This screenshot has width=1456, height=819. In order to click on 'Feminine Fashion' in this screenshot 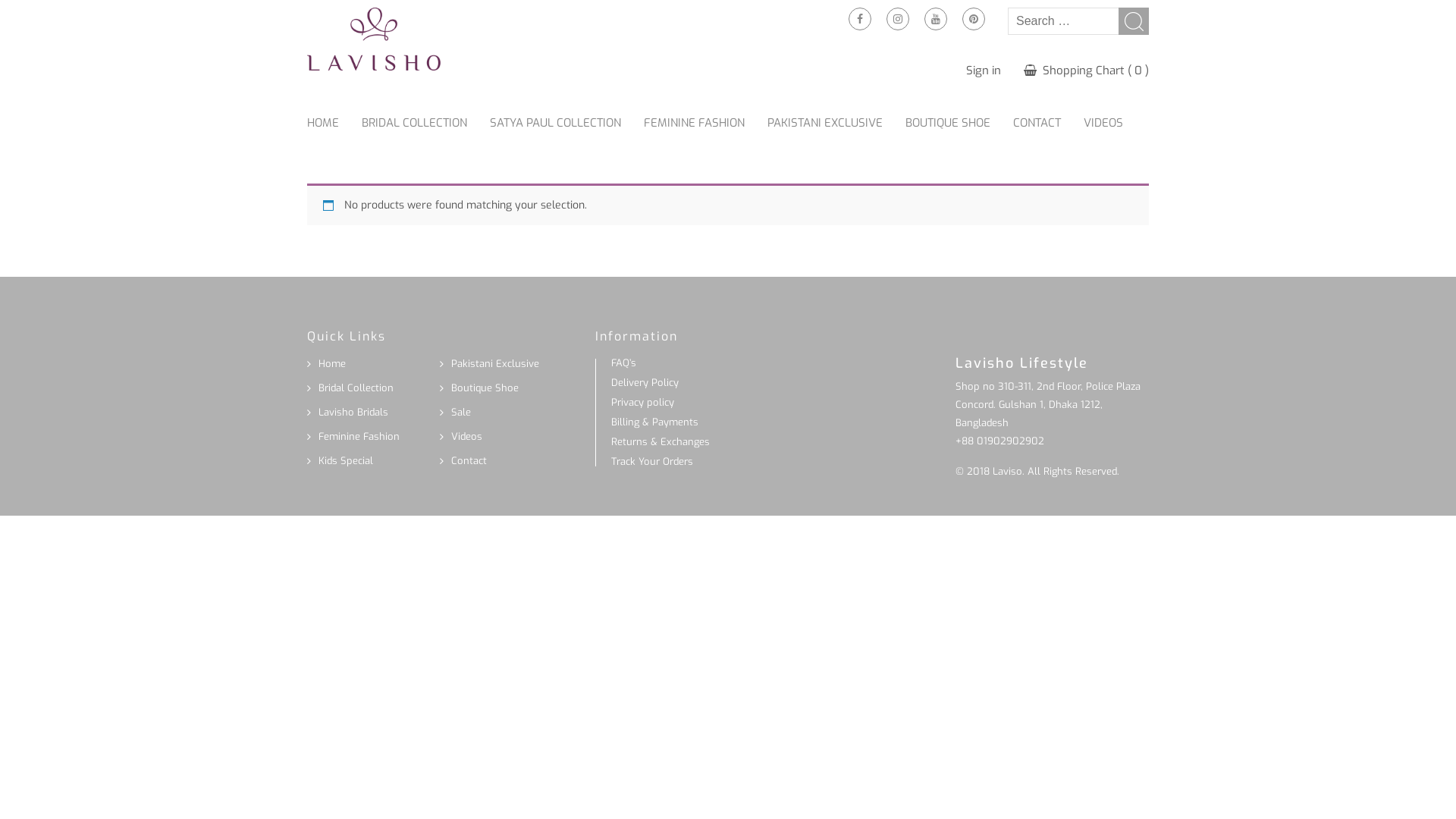, I will do `click(358, 436)`.